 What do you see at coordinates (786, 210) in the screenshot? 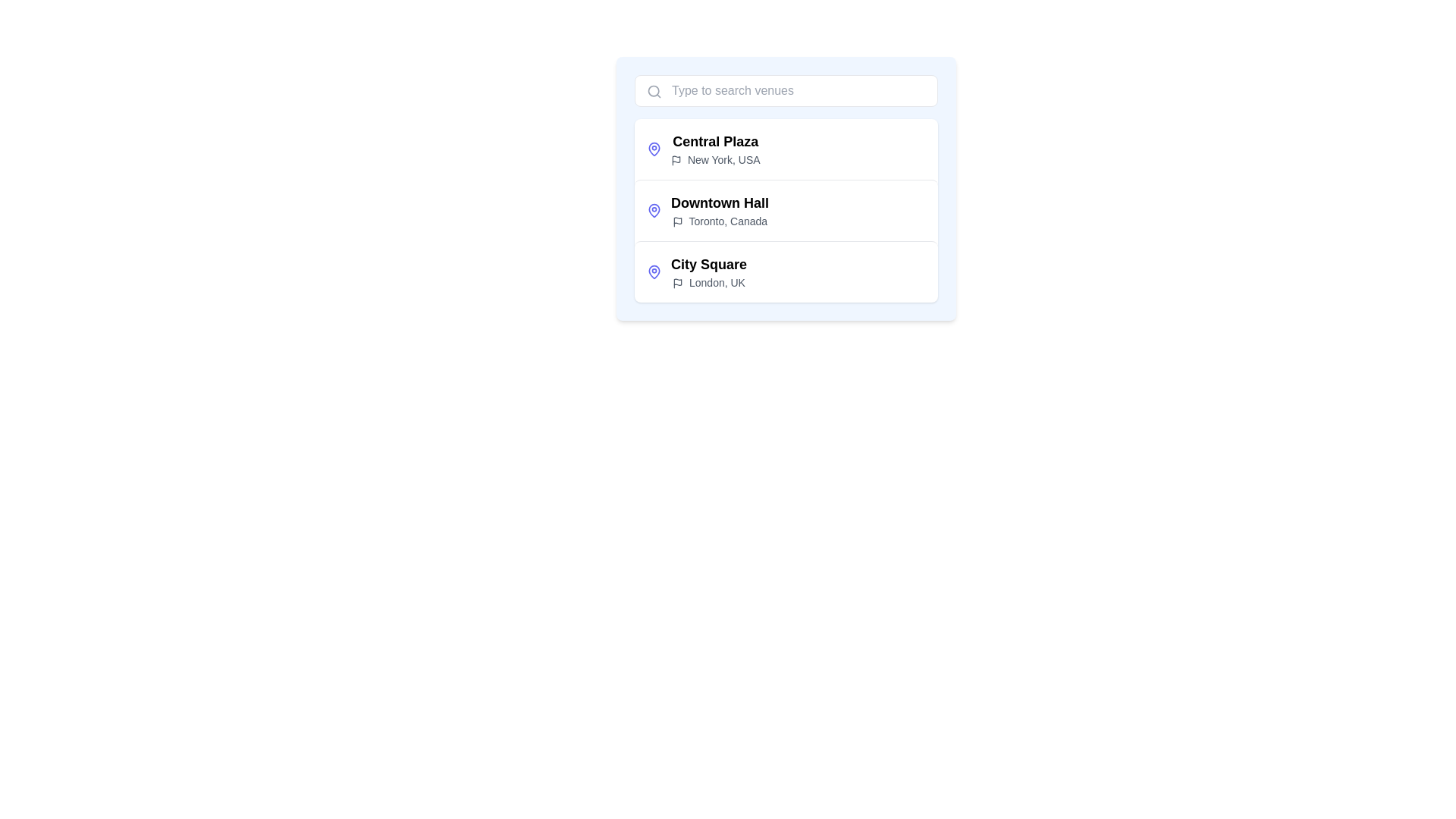
I see `the List item card for 'Downtown Hall' to highlight it` at bounding box center [786, 210].